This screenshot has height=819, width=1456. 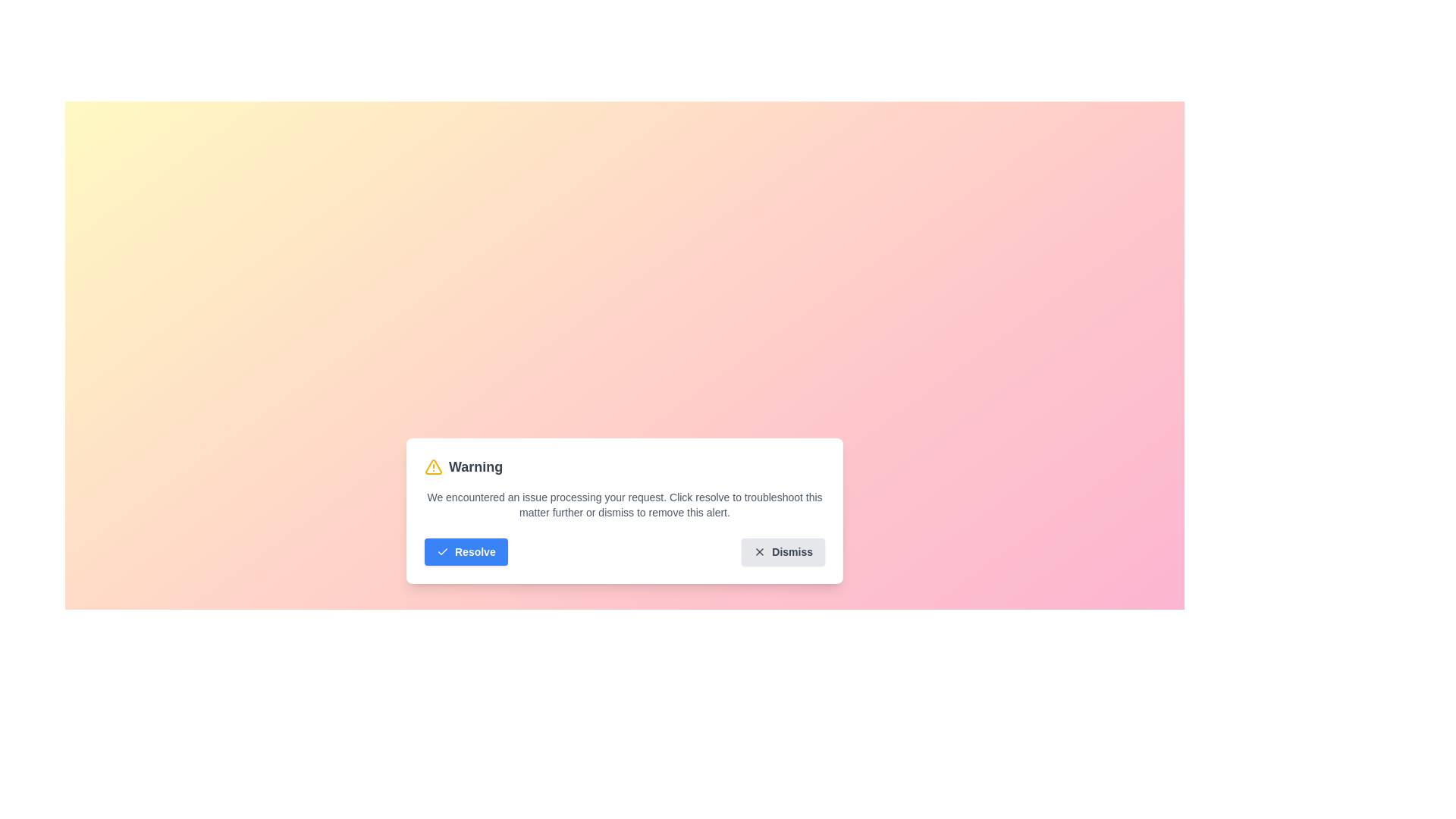 I want to click on the dismiss icon within the 'Dismiss' button located in the bottom-right corner of the dialog box, so click(x=760, y=552).